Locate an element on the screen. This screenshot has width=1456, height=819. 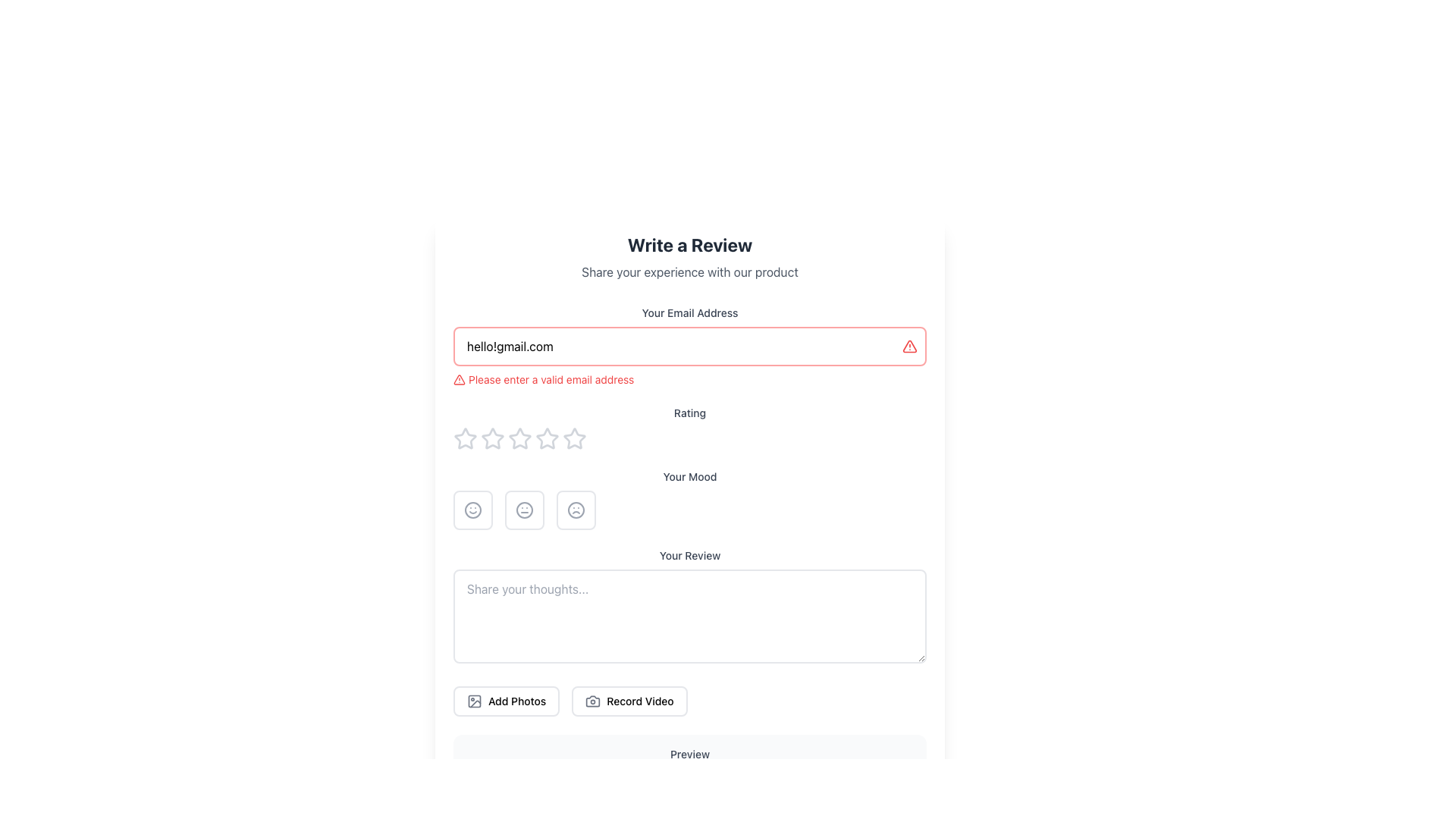
the text label styled in a small font size and medium weight, with a gray color, located at the bottom of its section, directly above the content section labeled 'Your review will appear here...' is located at coordinates (689, 755).